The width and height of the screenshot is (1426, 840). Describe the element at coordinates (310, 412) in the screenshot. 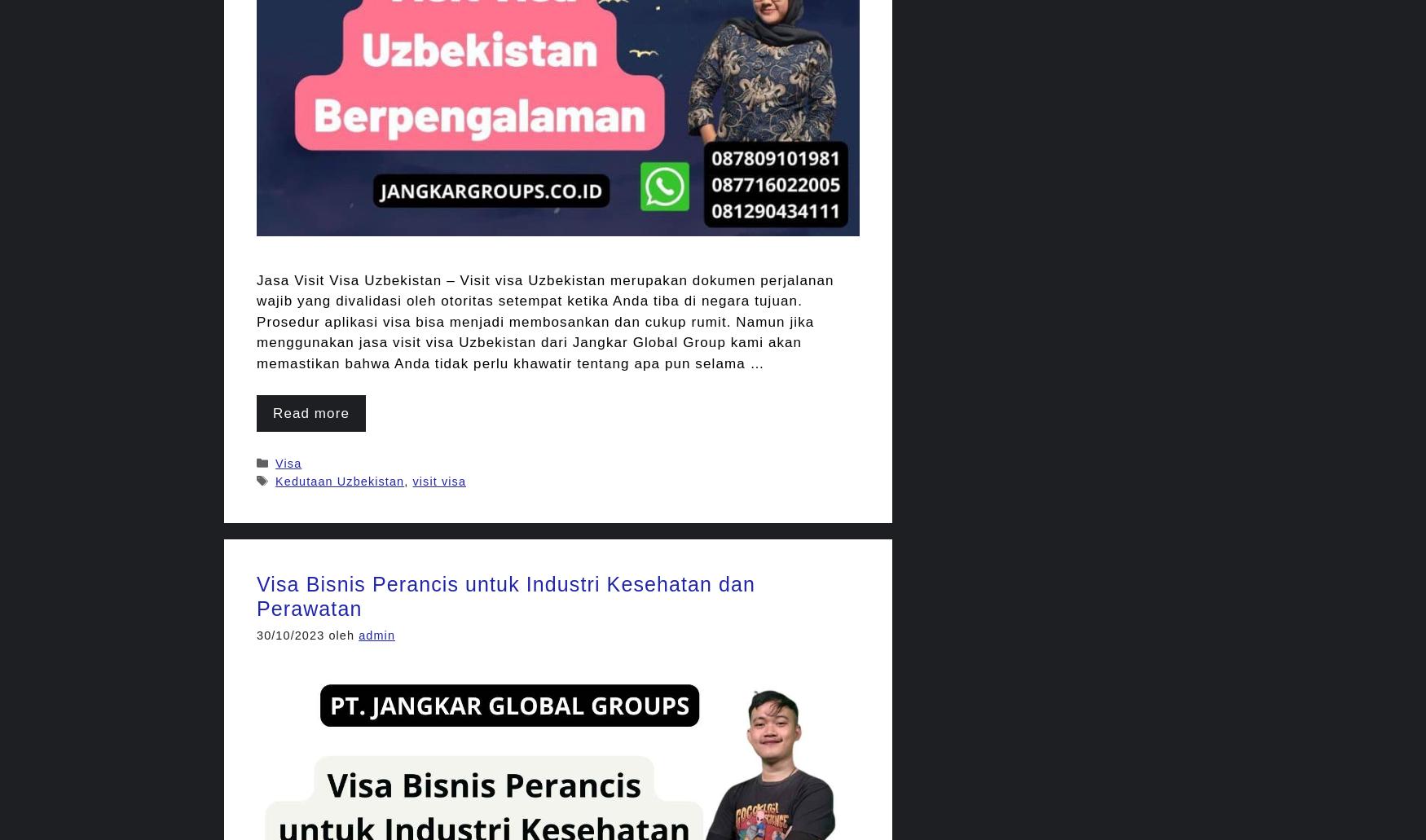

I see `'Read more'` at that location.